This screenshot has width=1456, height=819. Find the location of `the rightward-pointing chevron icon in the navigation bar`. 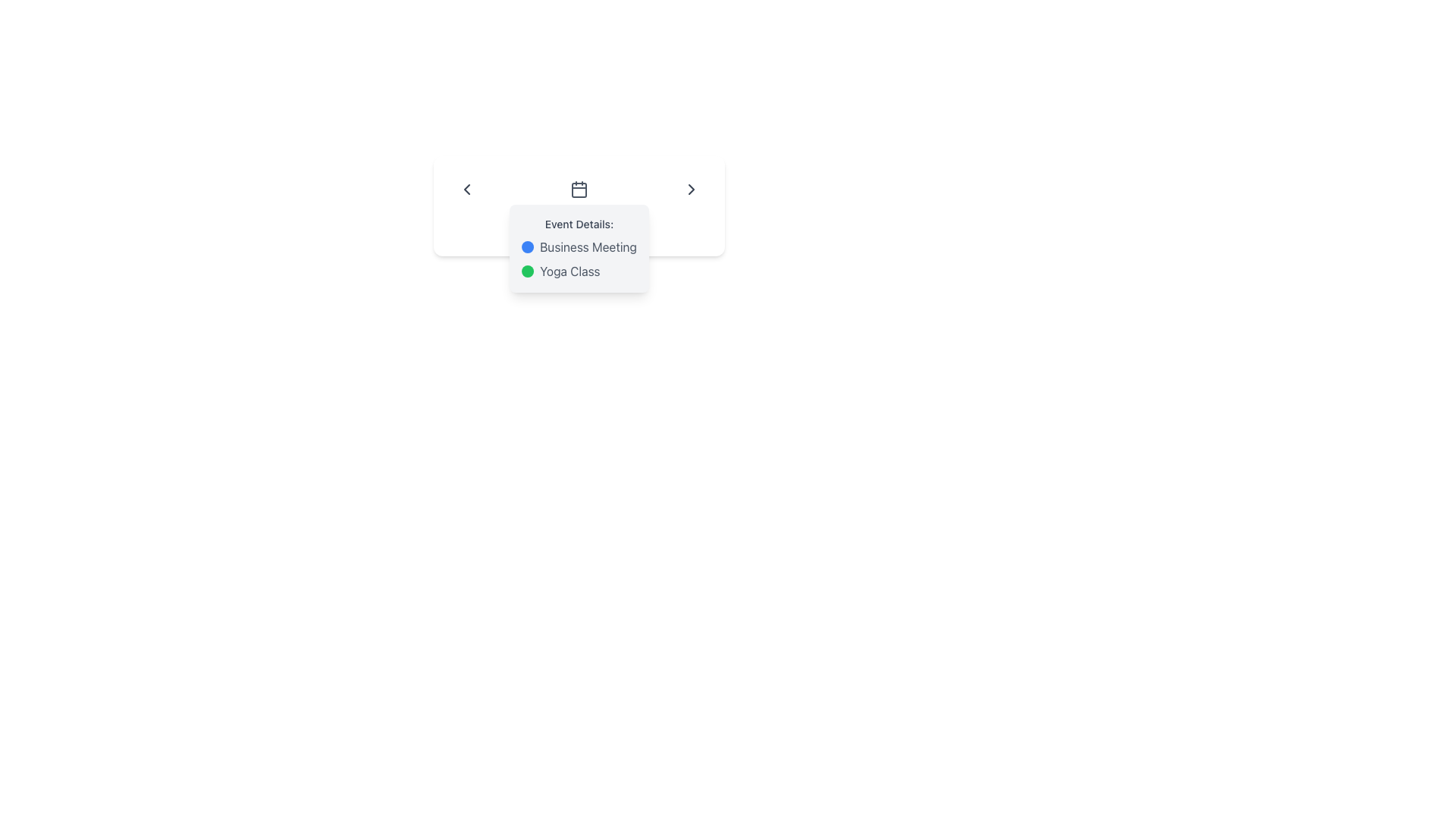

the rightward-pointing chevron icon in the navigation bar is located at coordinates (691, 189).